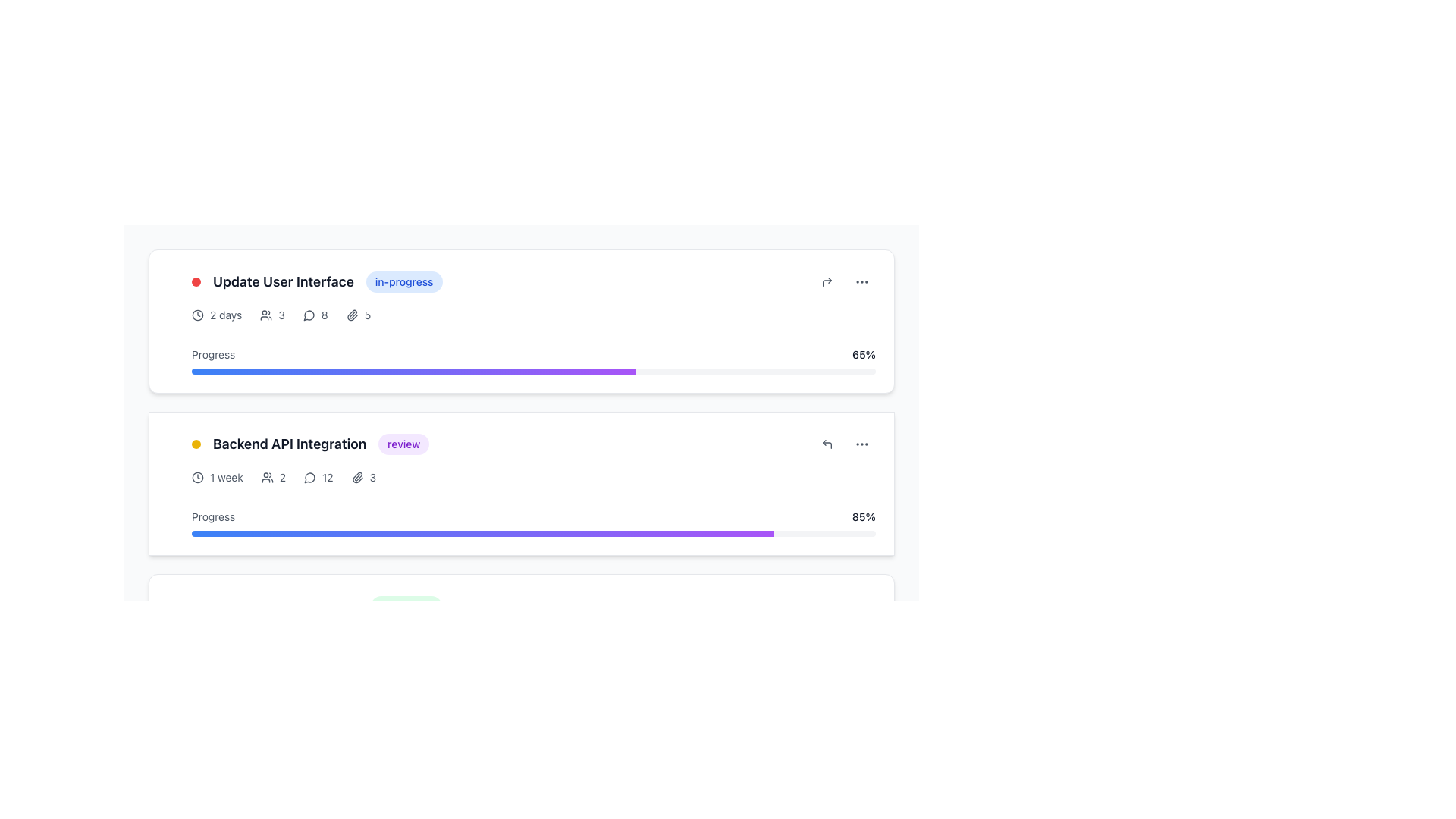  Describe the element at coordinates (534, 281) in the screenshot. I see `the icons located near the Headline section with a status tag component, positioned at the top of the task card` at that location.